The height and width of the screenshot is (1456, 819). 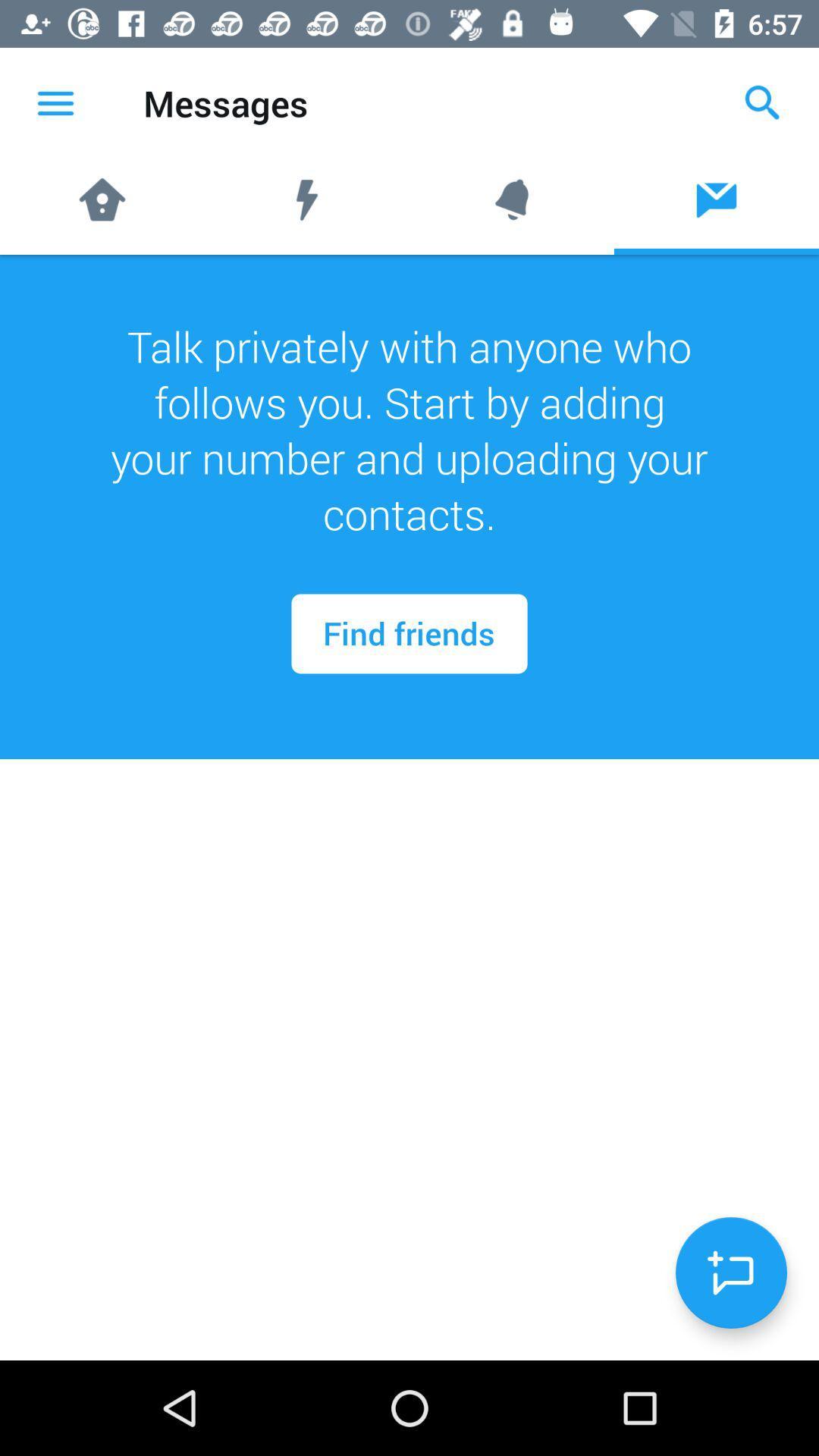 I want to click on the icon at the bottom right corner, so click(x=730, y=1272).